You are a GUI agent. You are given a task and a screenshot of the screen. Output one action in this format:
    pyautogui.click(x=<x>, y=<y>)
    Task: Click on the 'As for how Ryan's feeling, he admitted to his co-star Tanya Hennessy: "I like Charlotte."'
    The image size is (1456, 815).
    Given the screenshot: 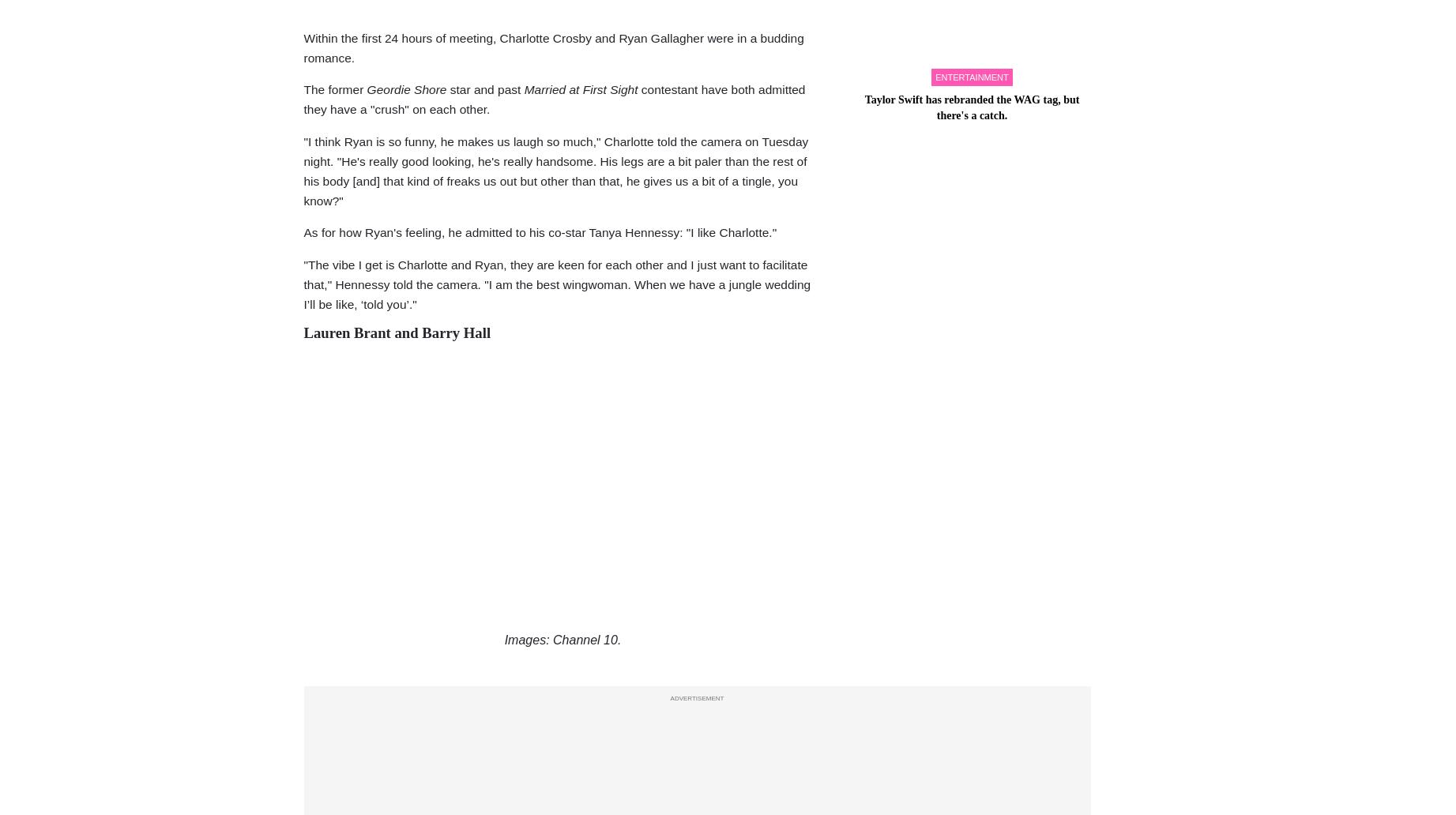 What is the action you would take?
    pyautogui.click(x=303, y=232)
    